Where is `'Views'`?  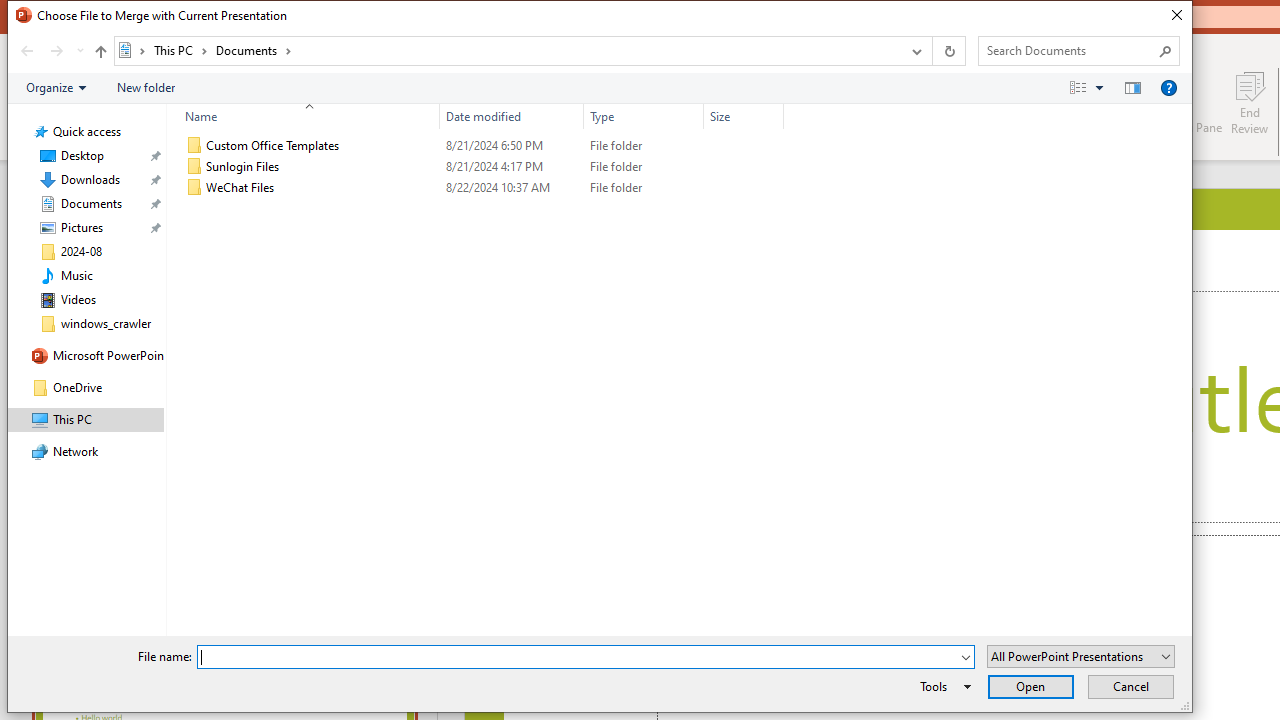
'Views' is located at coordinates (1090, 86).